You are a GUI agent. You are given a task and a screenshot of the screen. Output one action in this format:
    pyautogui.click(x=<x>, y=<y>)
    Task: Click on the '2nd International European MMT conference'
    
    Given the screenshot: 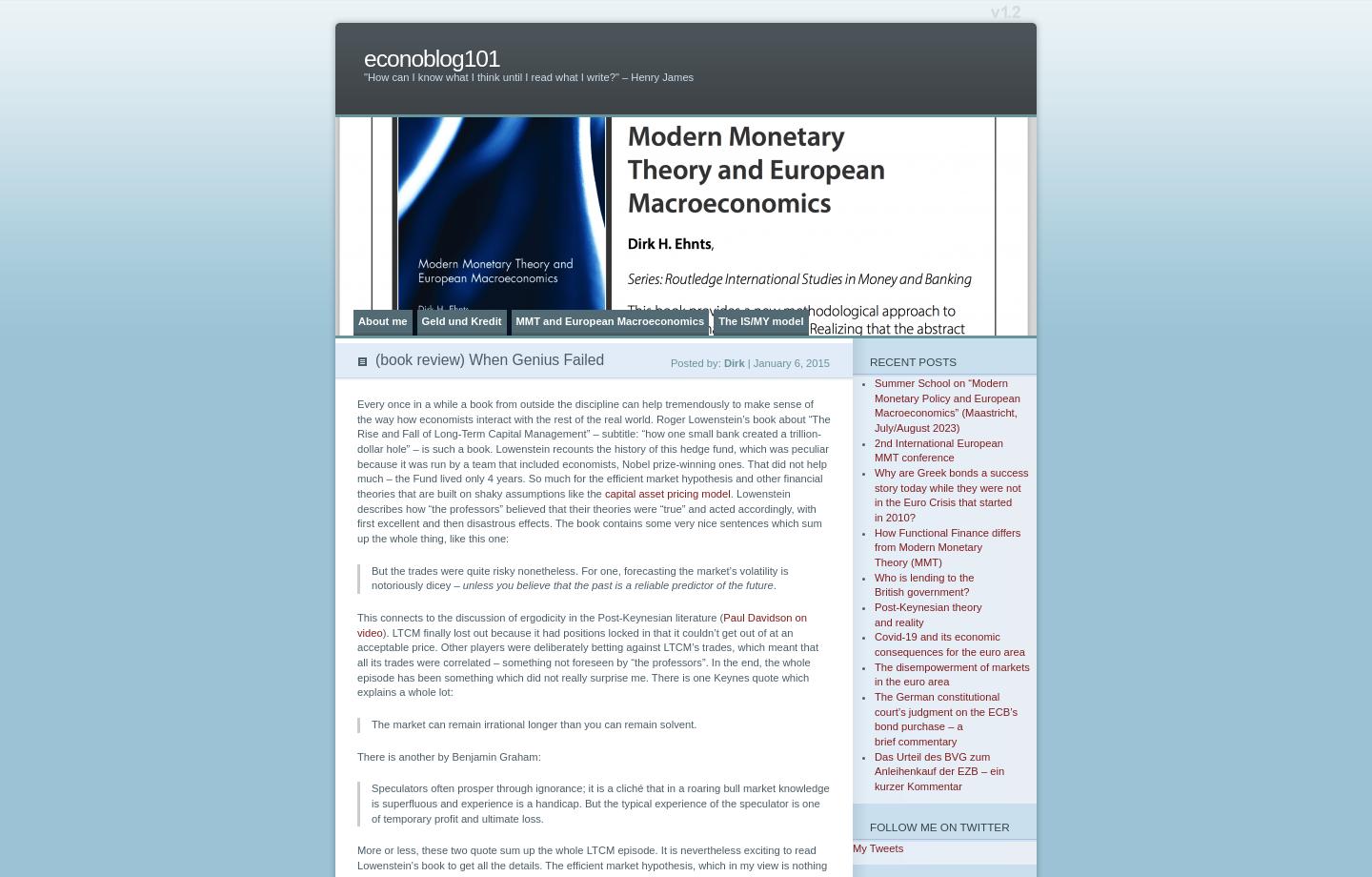 What is the action you would take?
    pyautogui.click(x=937, y=449)
    